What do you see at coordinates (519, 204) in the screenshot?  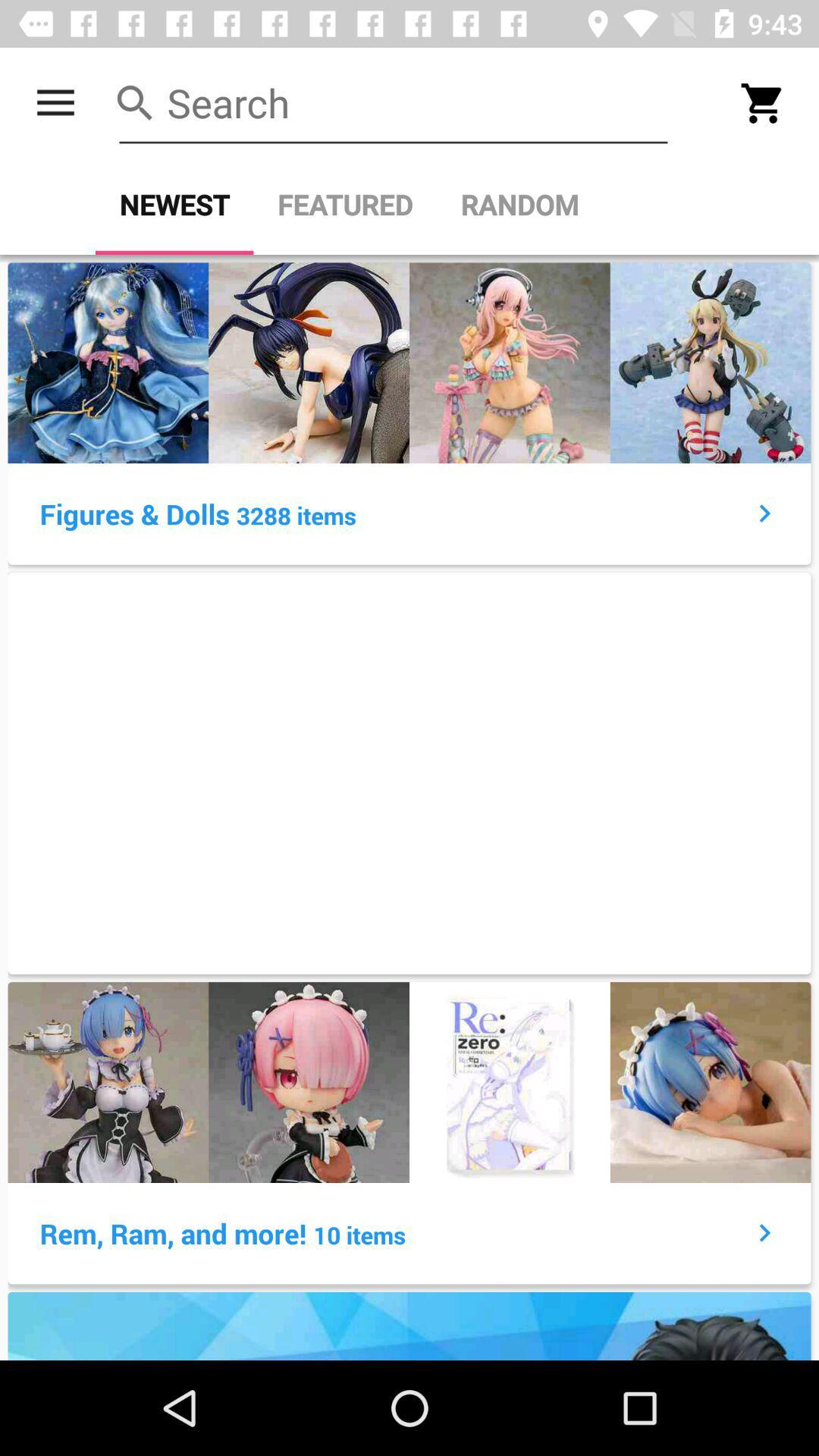 I see `the random icon` at bounding box center [519, 204].